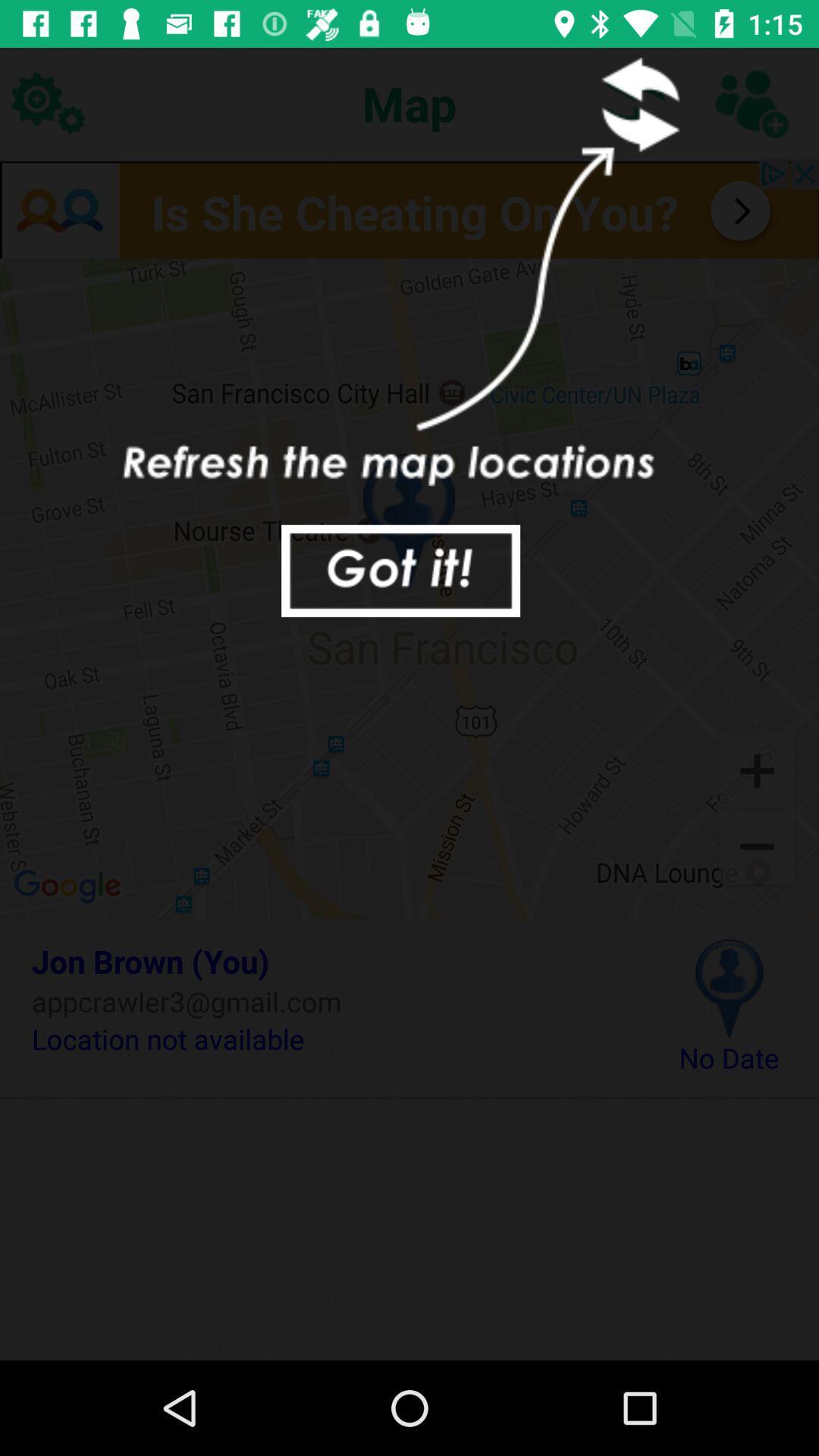  Describe the element at coordinates (46, 102) in the screenshot. I see `settings` at that location.